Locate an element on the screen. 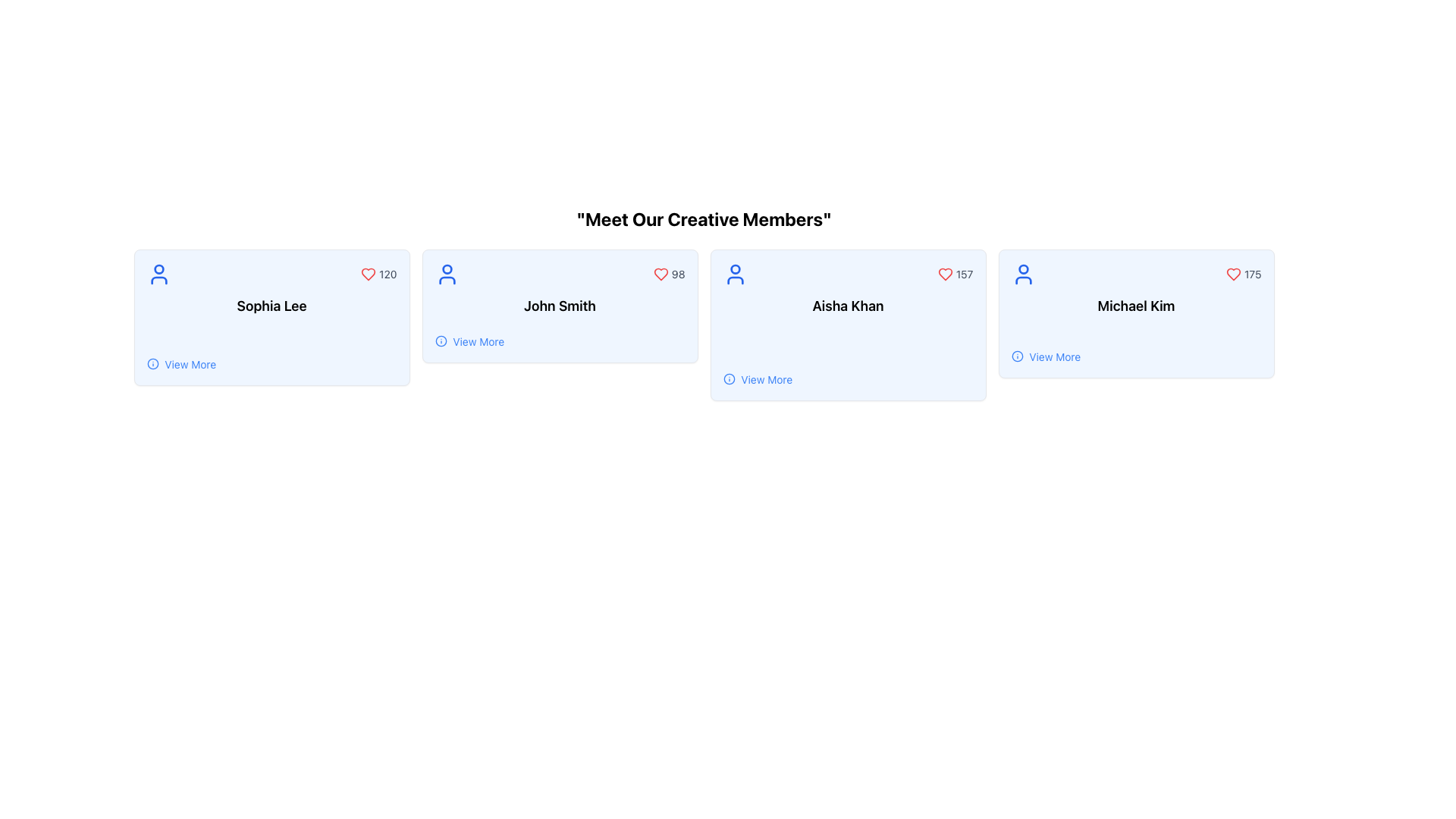 This screenshot has height=819, width=1456. the circular information icon with a stylized 'i' symbol, which is located to the left of the 'View More' text within the card for 'John Smith' is located at coordinates (440, 341).